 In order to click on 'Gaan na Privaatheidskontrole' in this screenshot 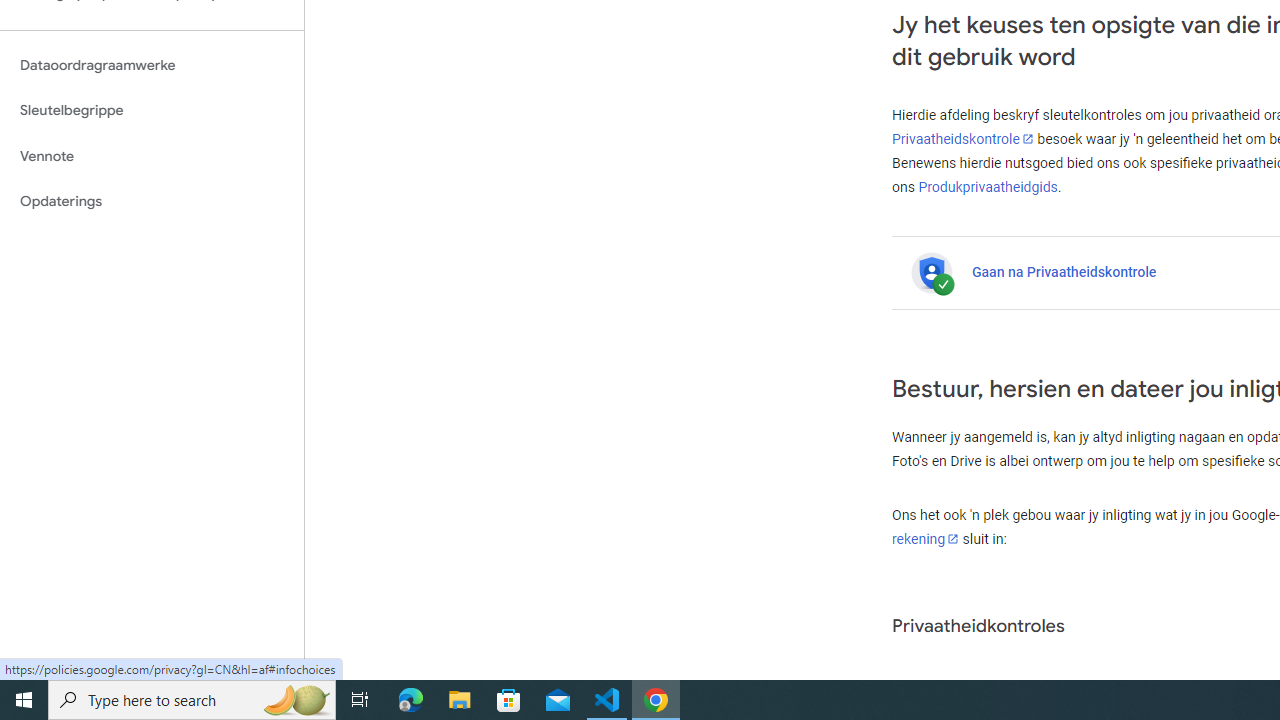, I will do `click(1063, 271)`.